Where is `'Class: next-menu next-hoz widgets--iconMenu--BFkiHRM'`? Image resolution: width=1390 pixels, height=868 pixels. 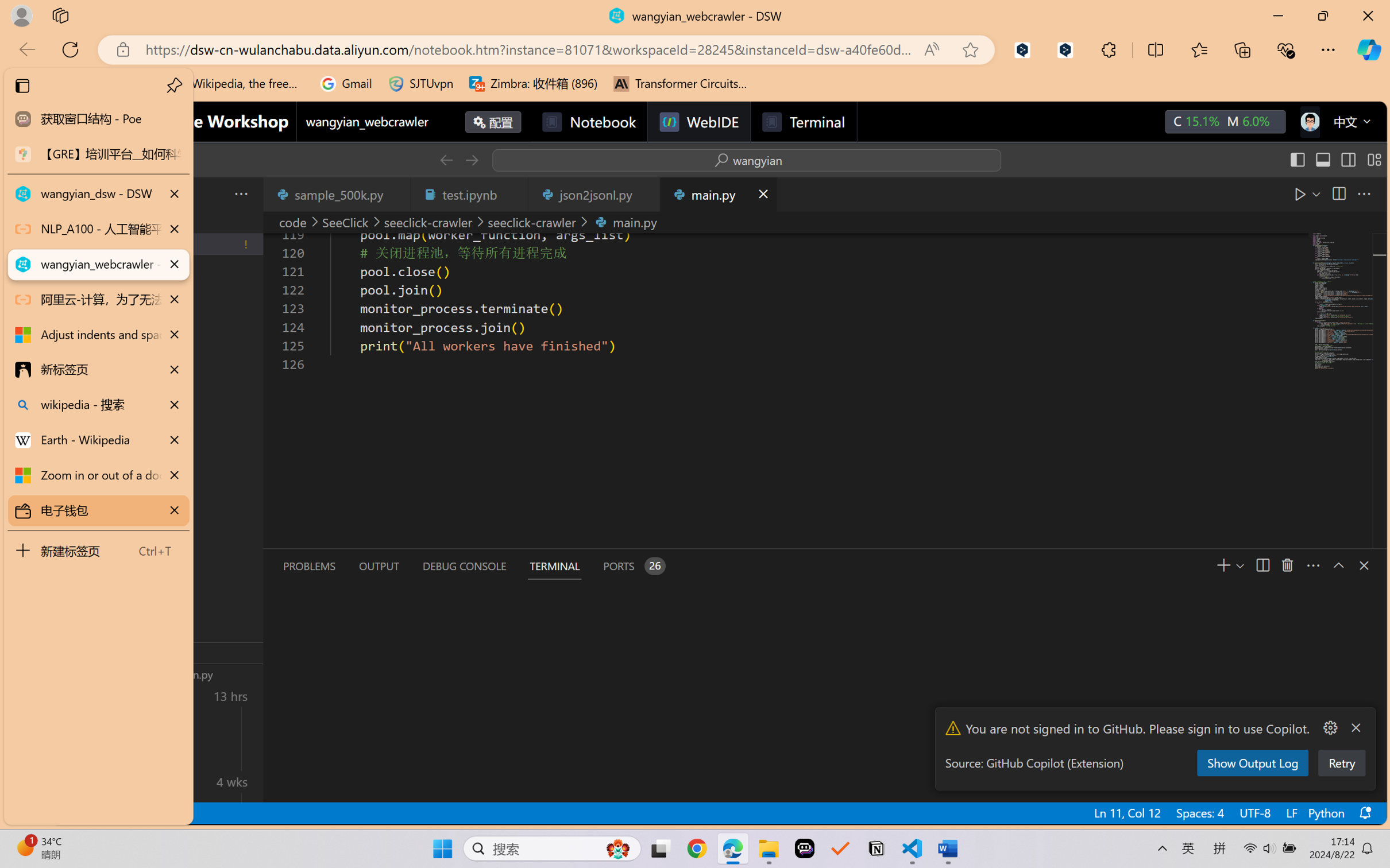 'Class: next-menu next-hoz widgets--iconMenu--BFkiHRM' is located at coordinates (1309, 121).